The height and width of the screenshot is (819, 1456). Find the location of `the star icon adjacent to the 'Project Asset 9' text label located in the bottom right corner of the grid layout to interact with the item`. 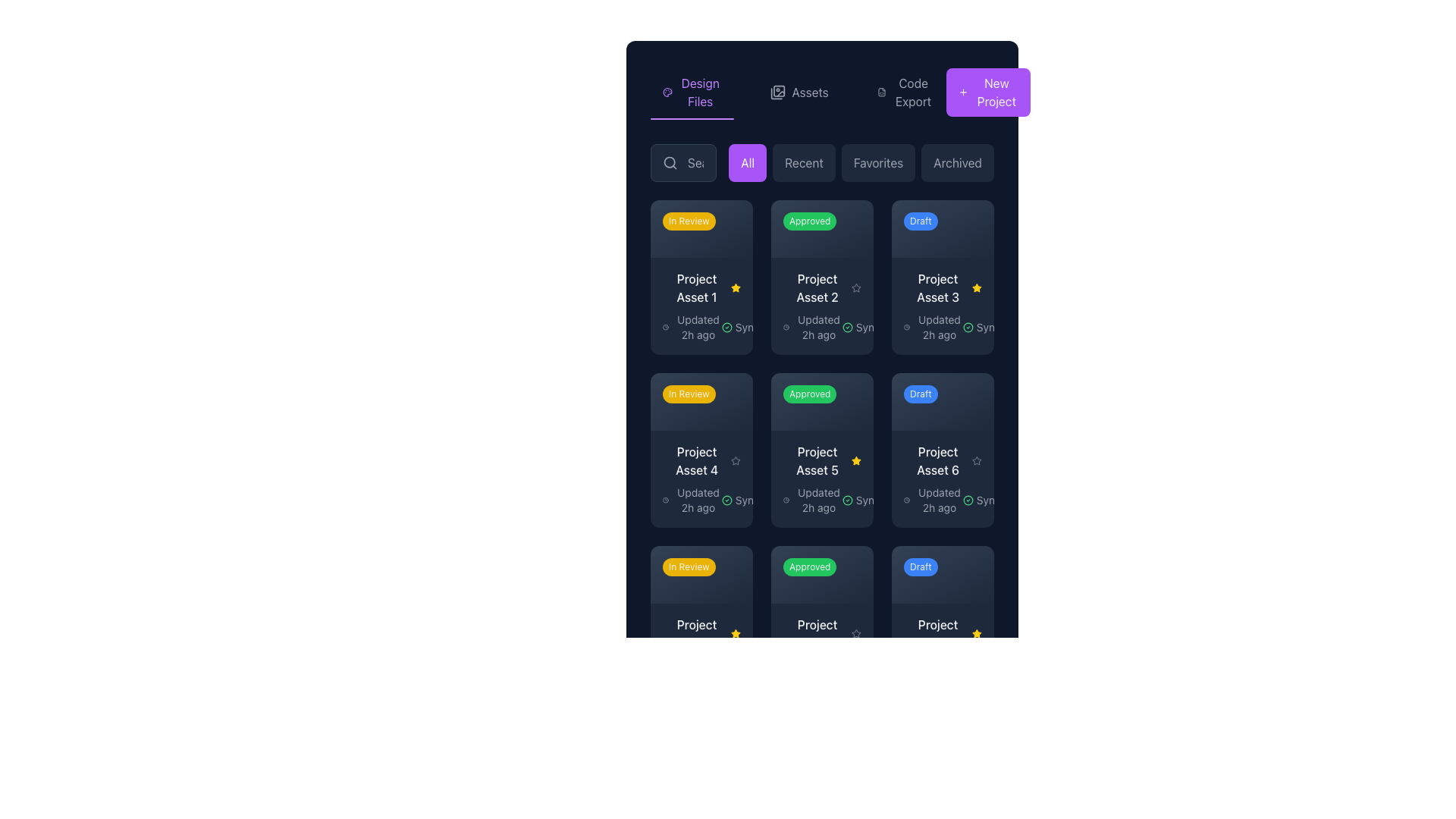

the star icon adjacent to the 'Project Asset 9' text label located in the bottom right corner of the grid layout to interact with the item is located at coordinates (942, 633).